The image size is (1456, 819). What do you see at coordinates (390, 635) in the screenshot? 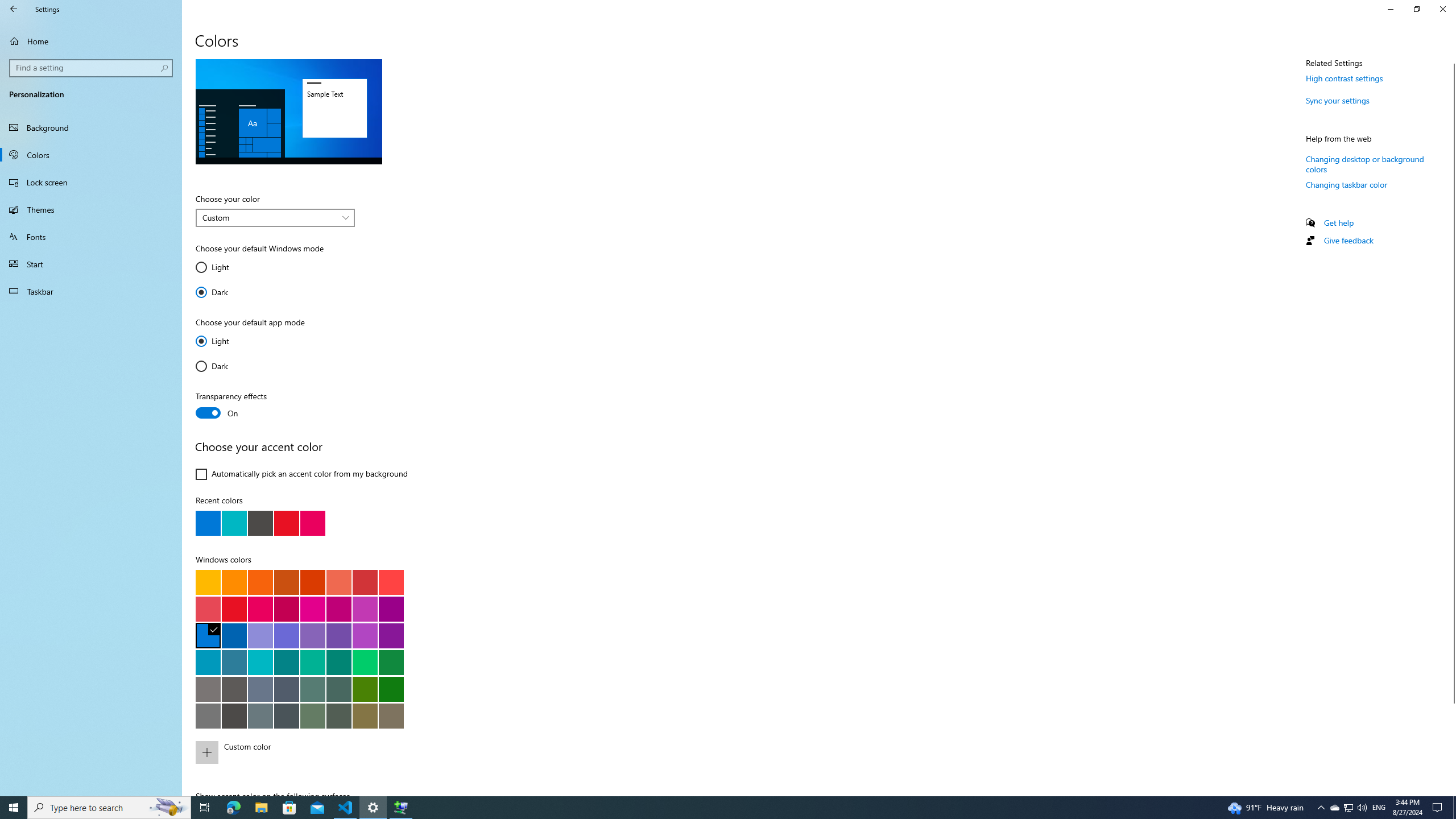
I see `'Violet red'` at bounding box center [390, 635].